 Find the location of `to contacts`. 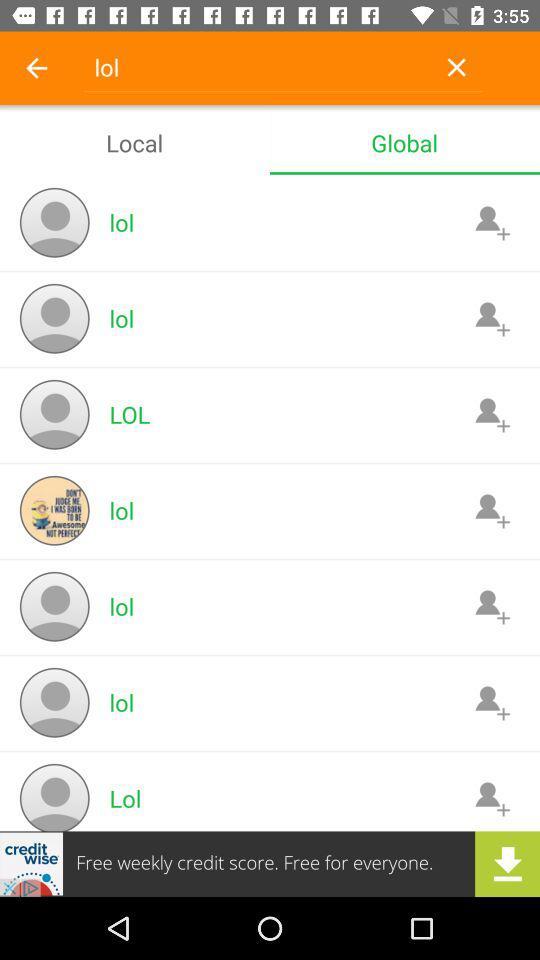

to contacts is located at coordinates (491, 222).